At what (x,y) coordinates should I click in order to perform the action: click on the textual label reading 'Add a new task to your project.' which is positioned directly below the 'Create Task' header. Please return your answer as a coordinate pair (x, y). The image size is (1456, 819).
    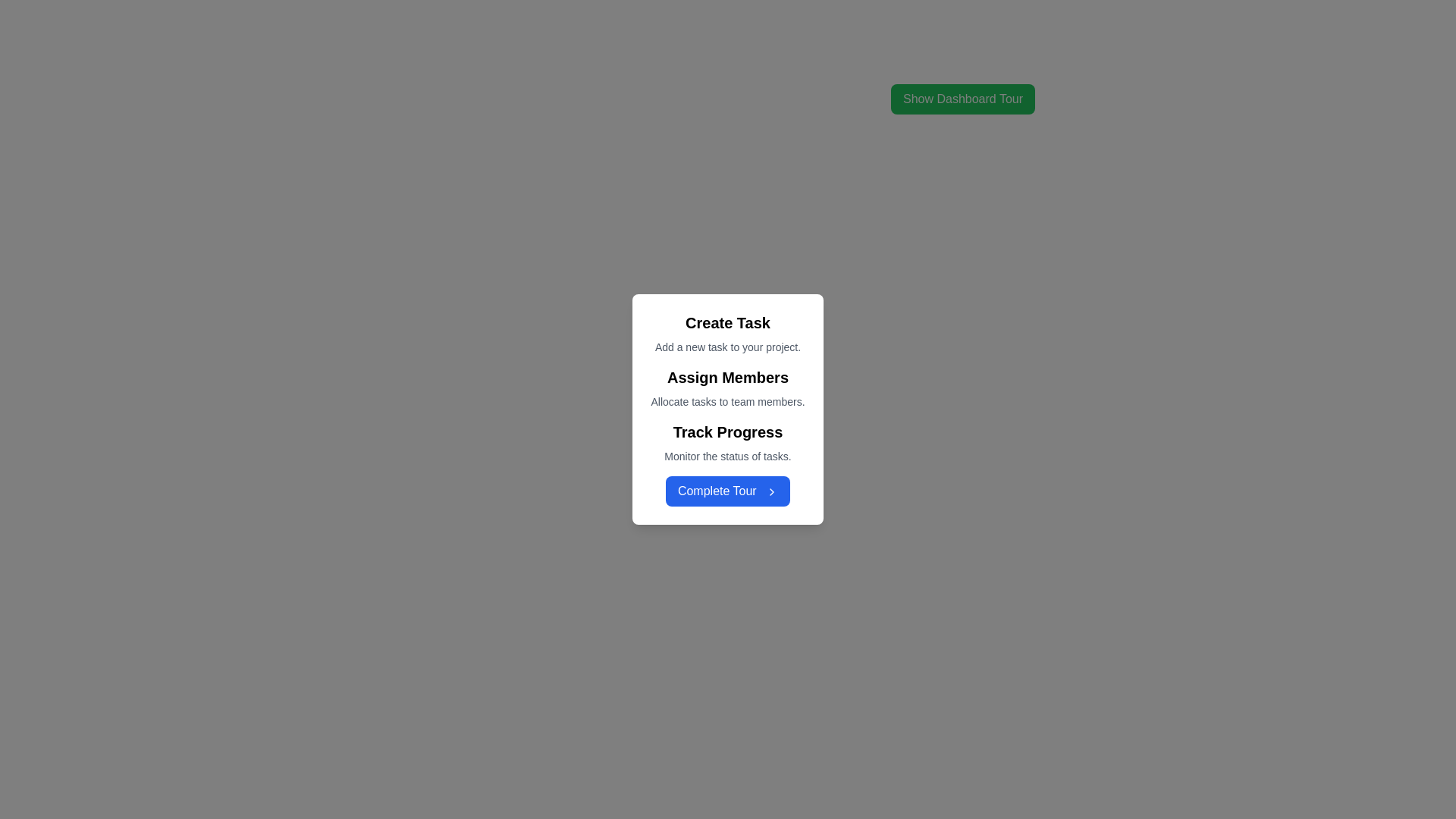
    Looking at the image, I should click on (728, 347).